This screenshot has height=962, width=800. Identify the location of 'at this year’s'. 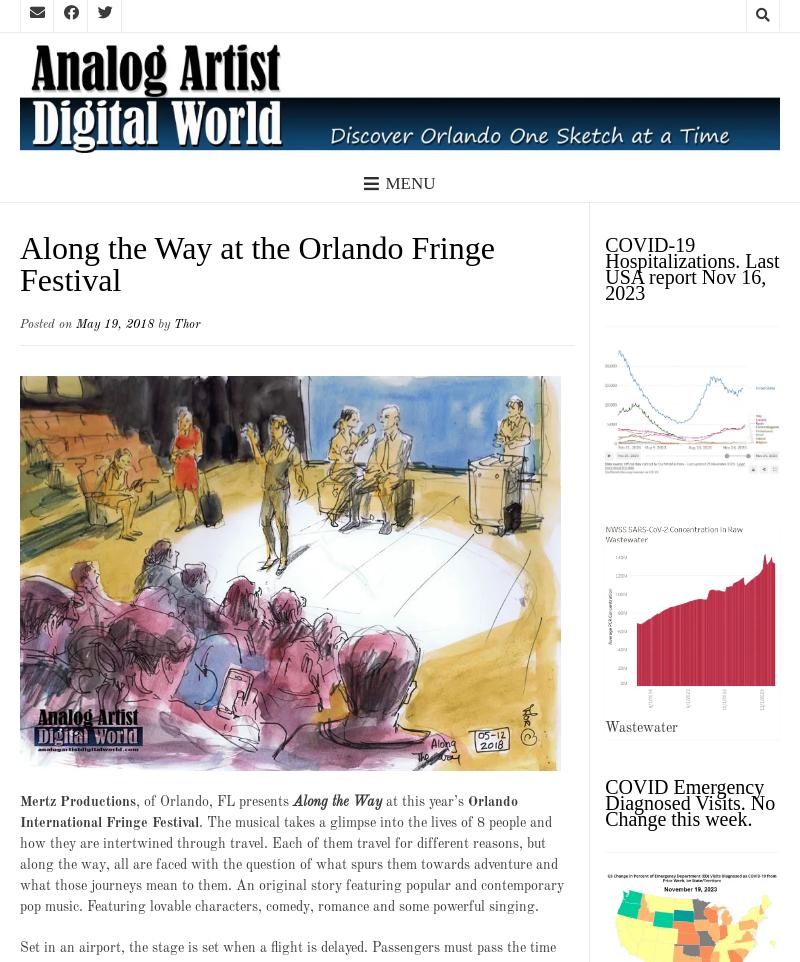
(424, 799).